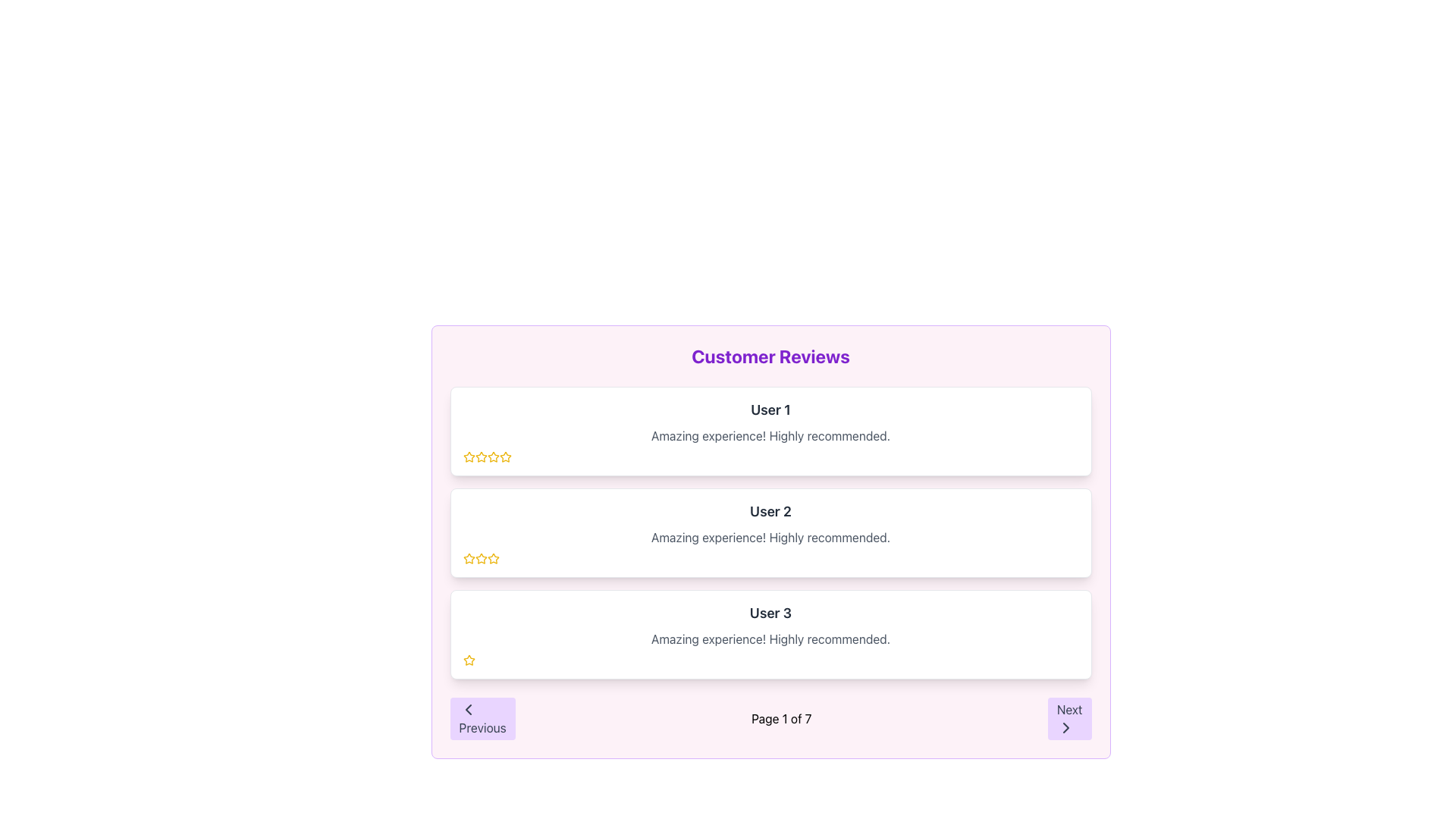 The image size is (1456, 819). I want to click on the text block containing the phrase 'Amazing experience! Highly recommended.' which is centrally aligned beneath the name 'User 3.', so click(770, 639).